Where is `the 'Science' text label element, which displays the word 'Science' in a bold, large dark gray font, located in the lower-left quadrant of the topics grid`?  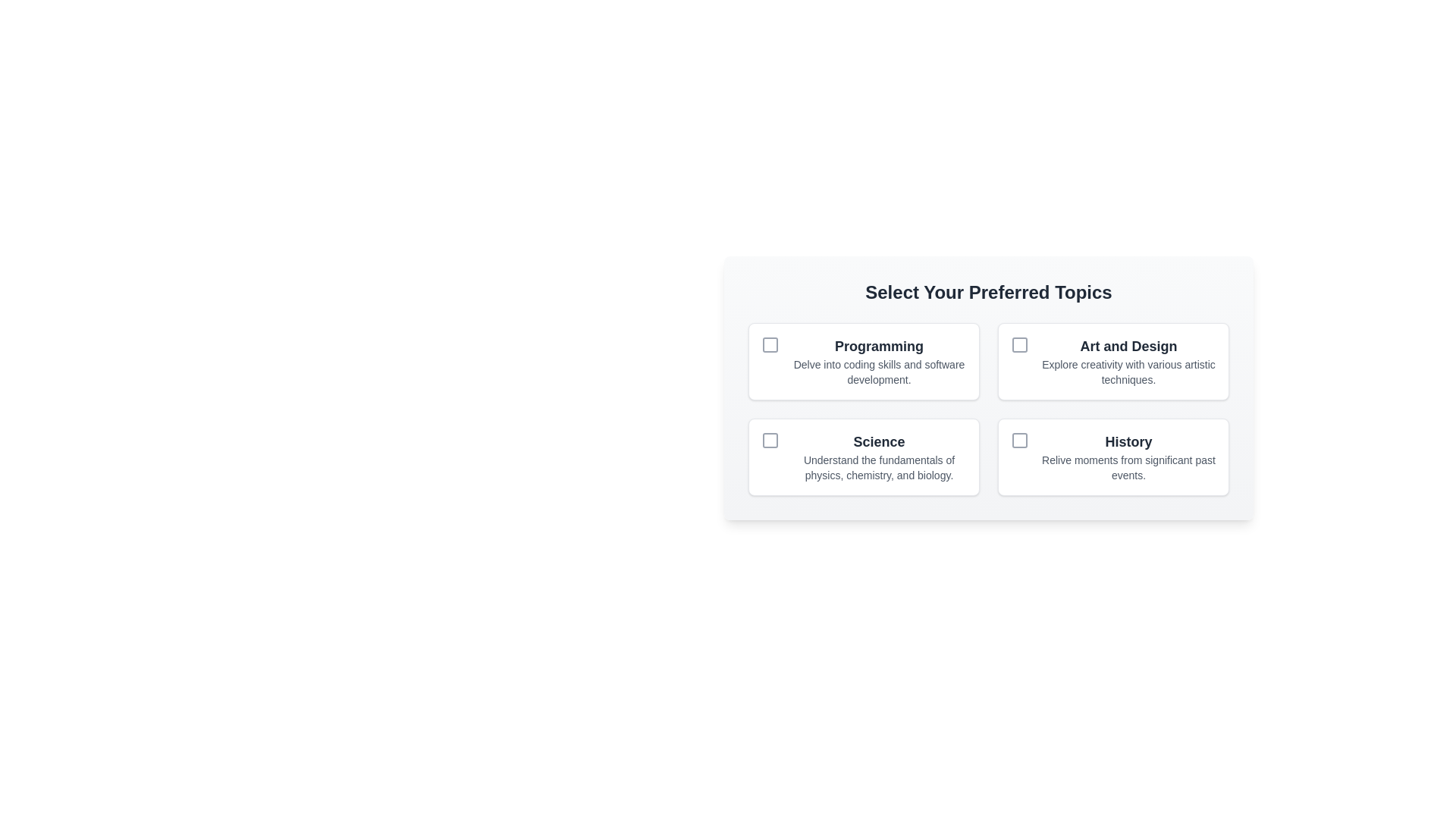 the 'Science' text label element, which displays the word 'Science' in a bold, large dark gray font, located in the lower-left quadrant of the topics grid is located at coordinates (879, 441).